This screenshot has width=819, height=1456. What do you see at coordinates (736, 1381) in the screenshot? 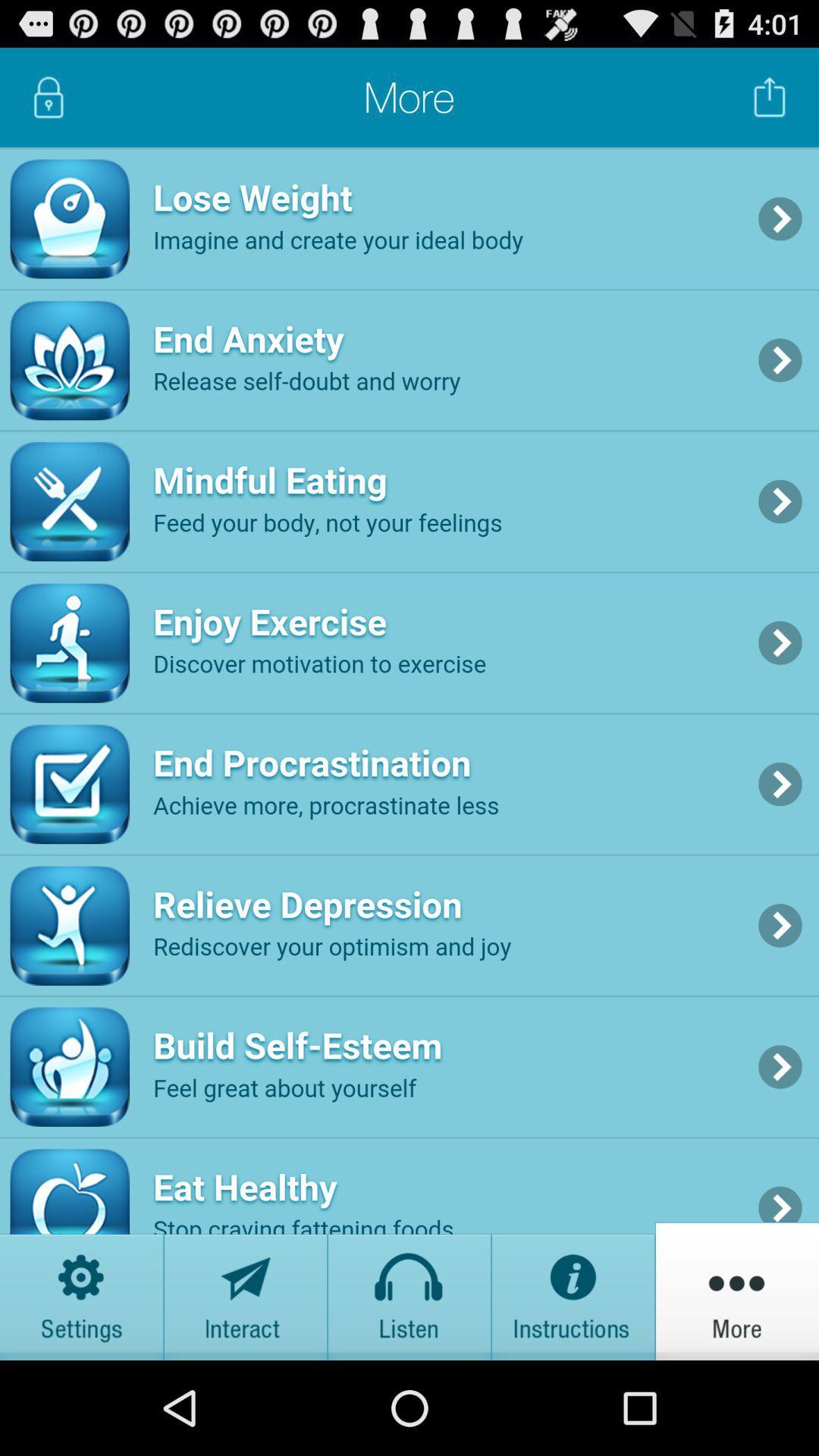
I see `the more icon` at bounding box center [736, 1381].